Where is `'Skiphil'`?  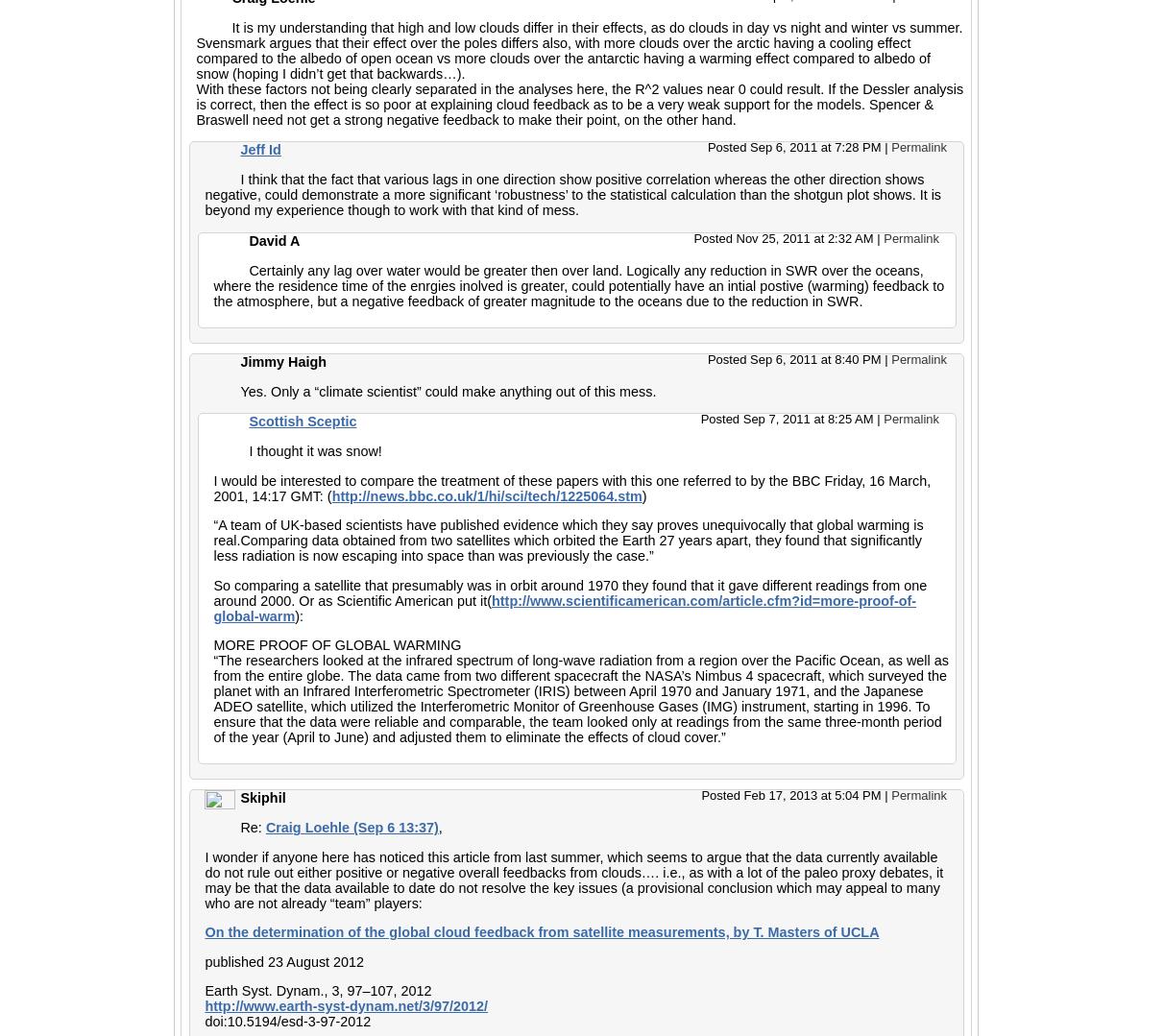 'Skiphil' is located at coordinates (262, 798).